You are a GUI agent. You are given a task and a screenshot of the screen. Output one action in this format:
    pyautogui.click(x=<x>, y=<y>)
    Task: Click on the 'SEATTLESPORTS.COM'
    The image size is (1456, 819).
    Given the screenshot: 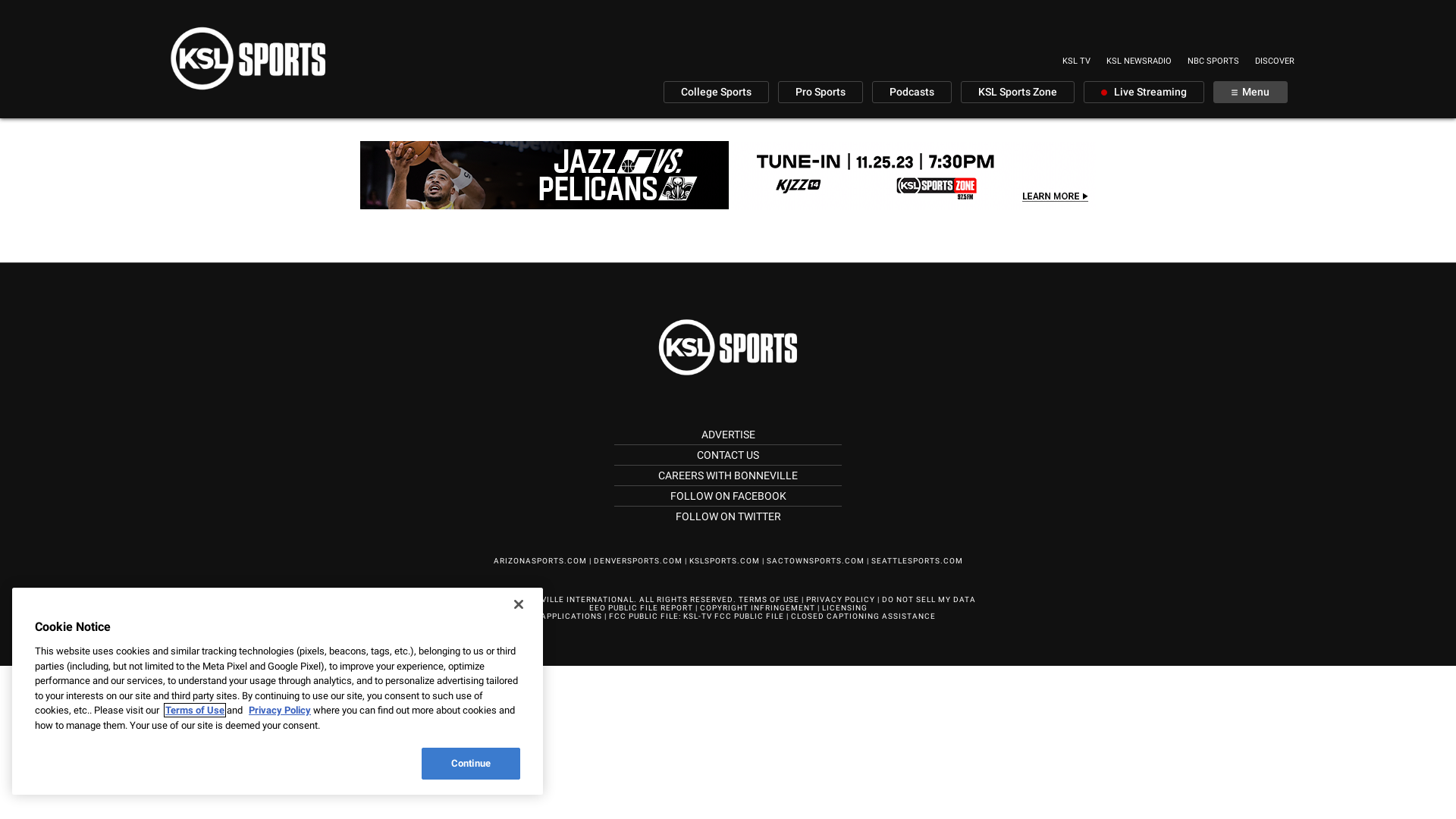 What is the action you would take?
    pyautogui.click(x=870, y=560)
    